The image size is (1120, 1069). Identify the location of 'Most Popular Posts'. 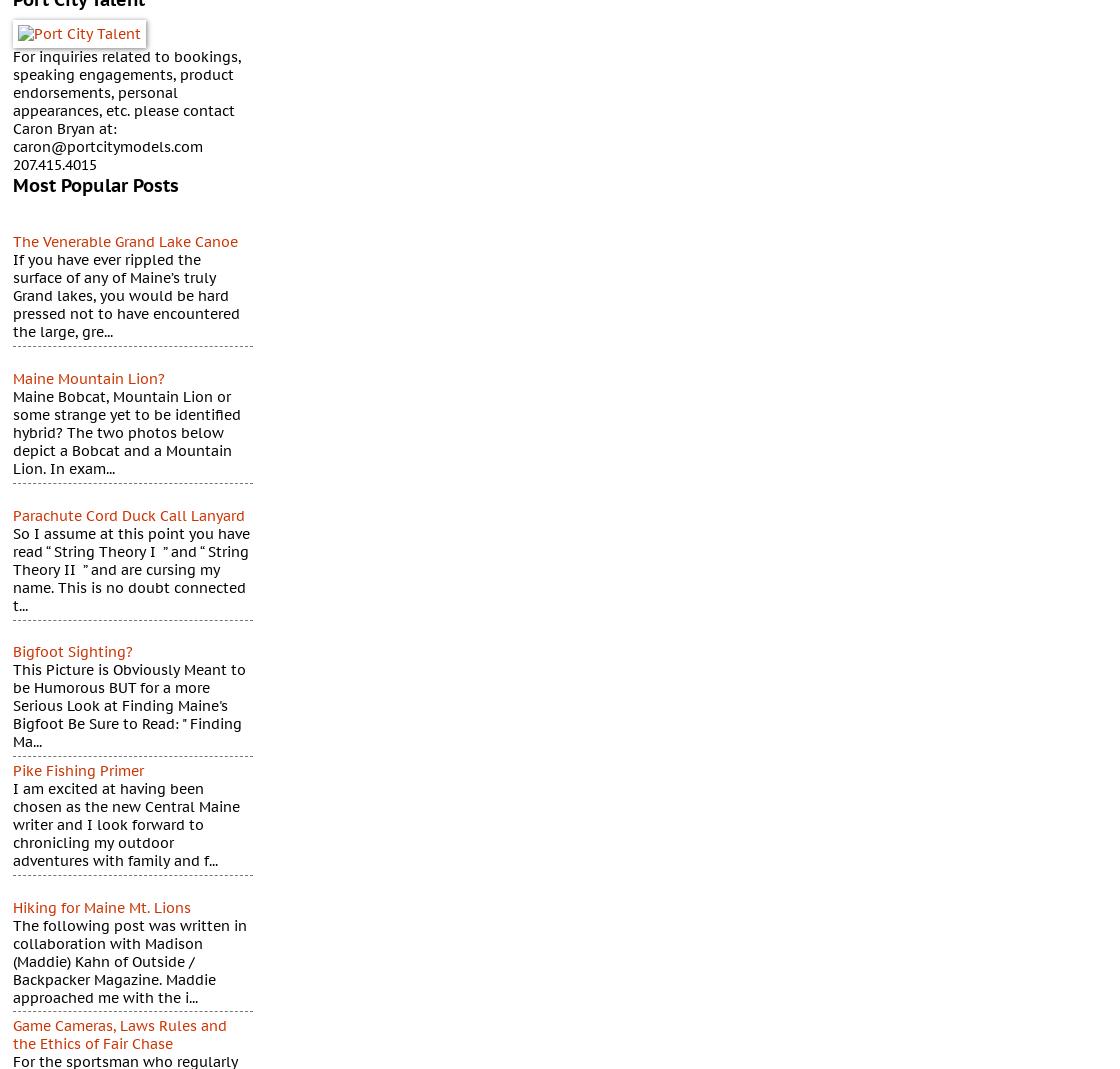
(95, 184).